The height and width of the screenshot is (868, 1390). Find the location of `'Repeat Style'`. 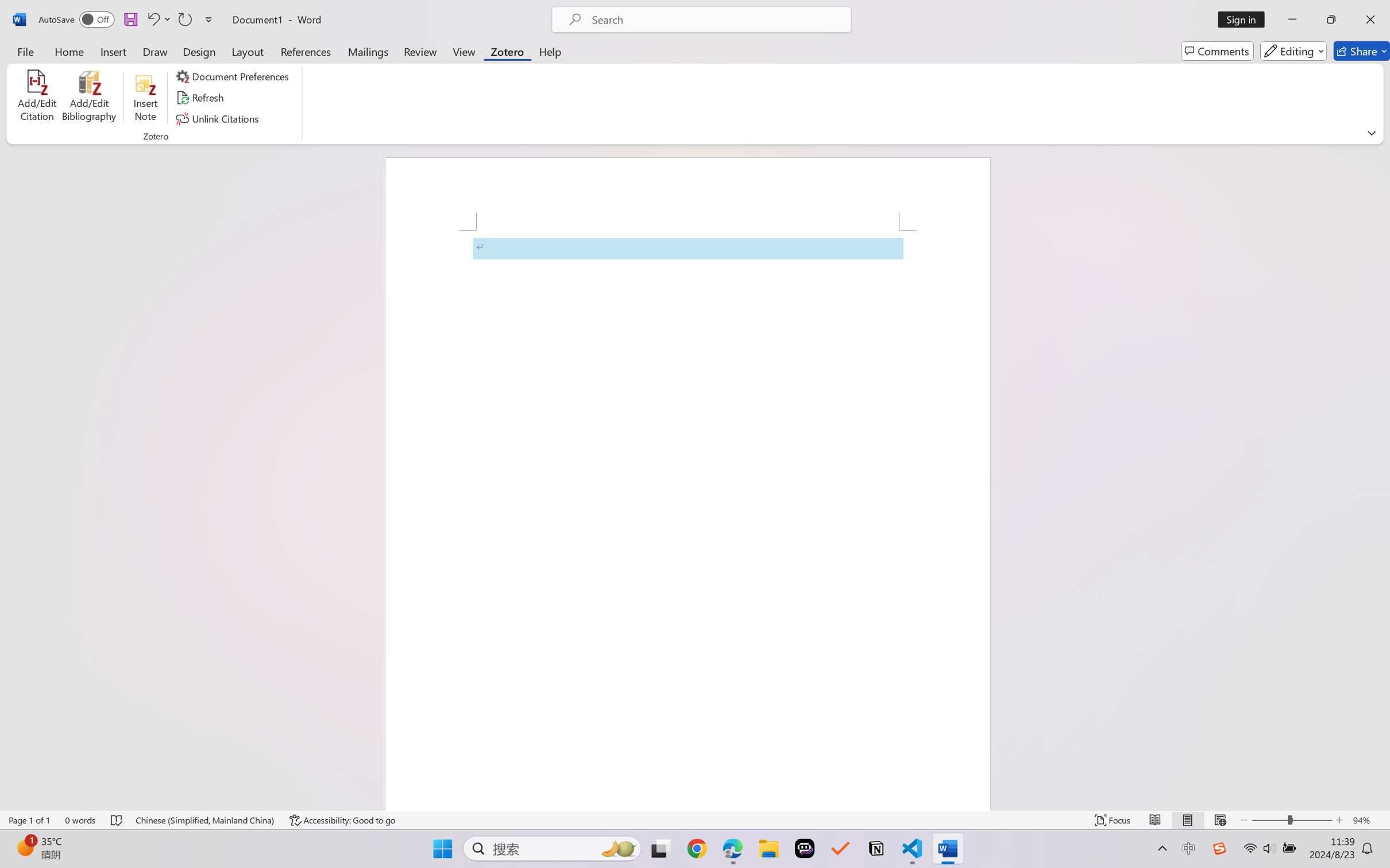

'Repeat Style' is located at coordinates (184, 19).